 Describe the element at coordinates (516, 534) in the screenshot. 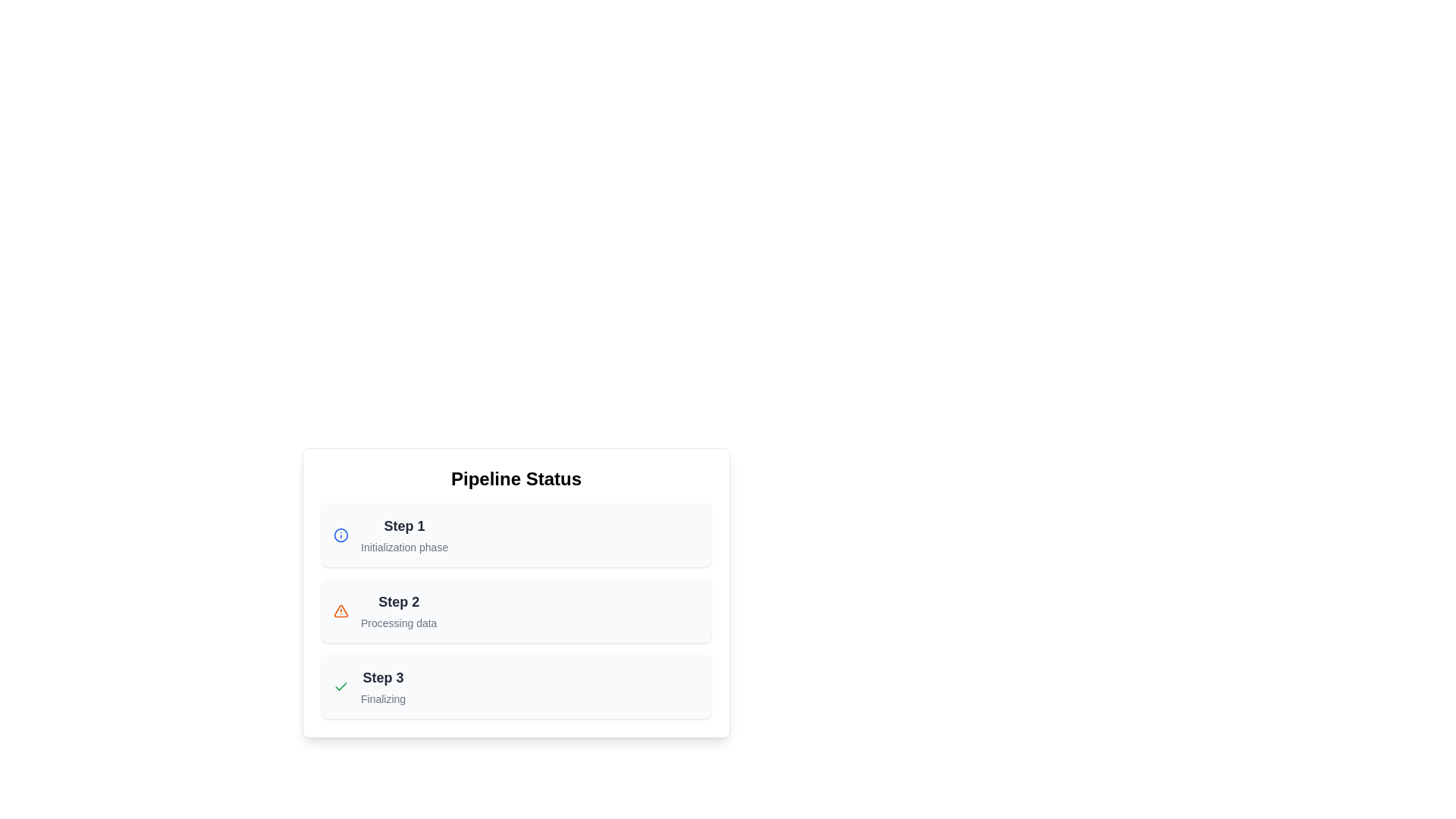

I see `the first step of the pipeline process, labeled 'Step 1', which describes the 'Initialization phase'` at that location.